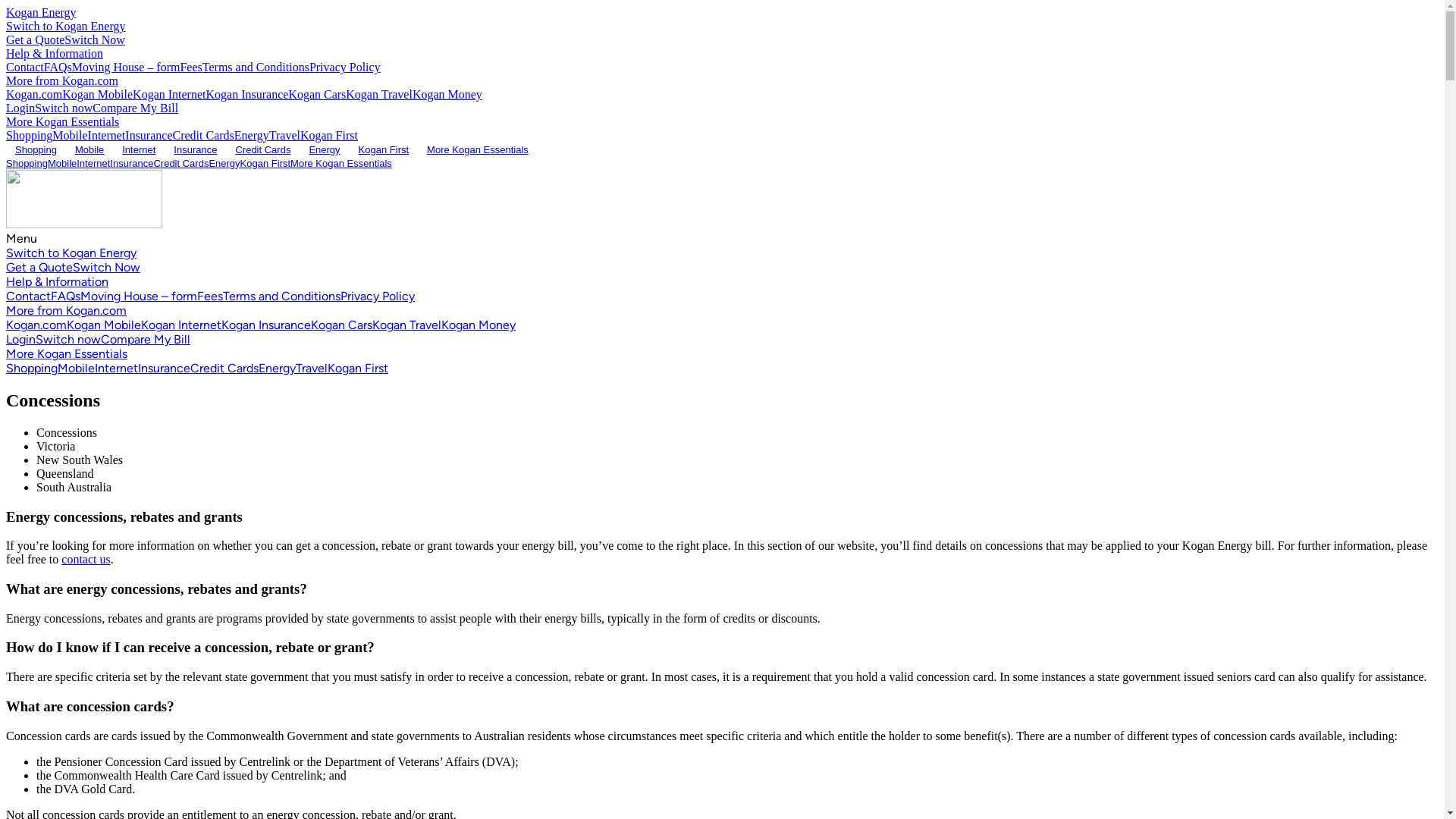  Describe the element at coordinates (251, 134) in the screenshot. I see `'Energy'` at that location.